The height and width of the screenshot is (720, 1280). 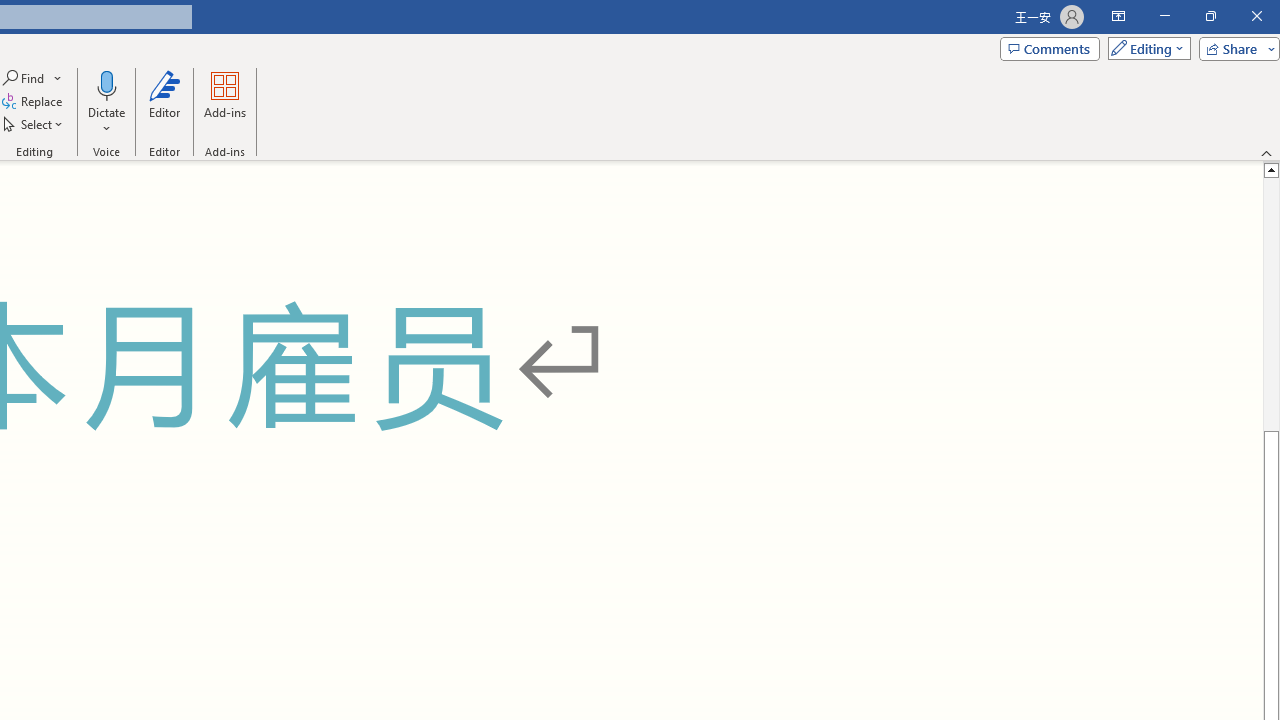 I want to click on 'Restore Down', so click(x=1209, y=16).